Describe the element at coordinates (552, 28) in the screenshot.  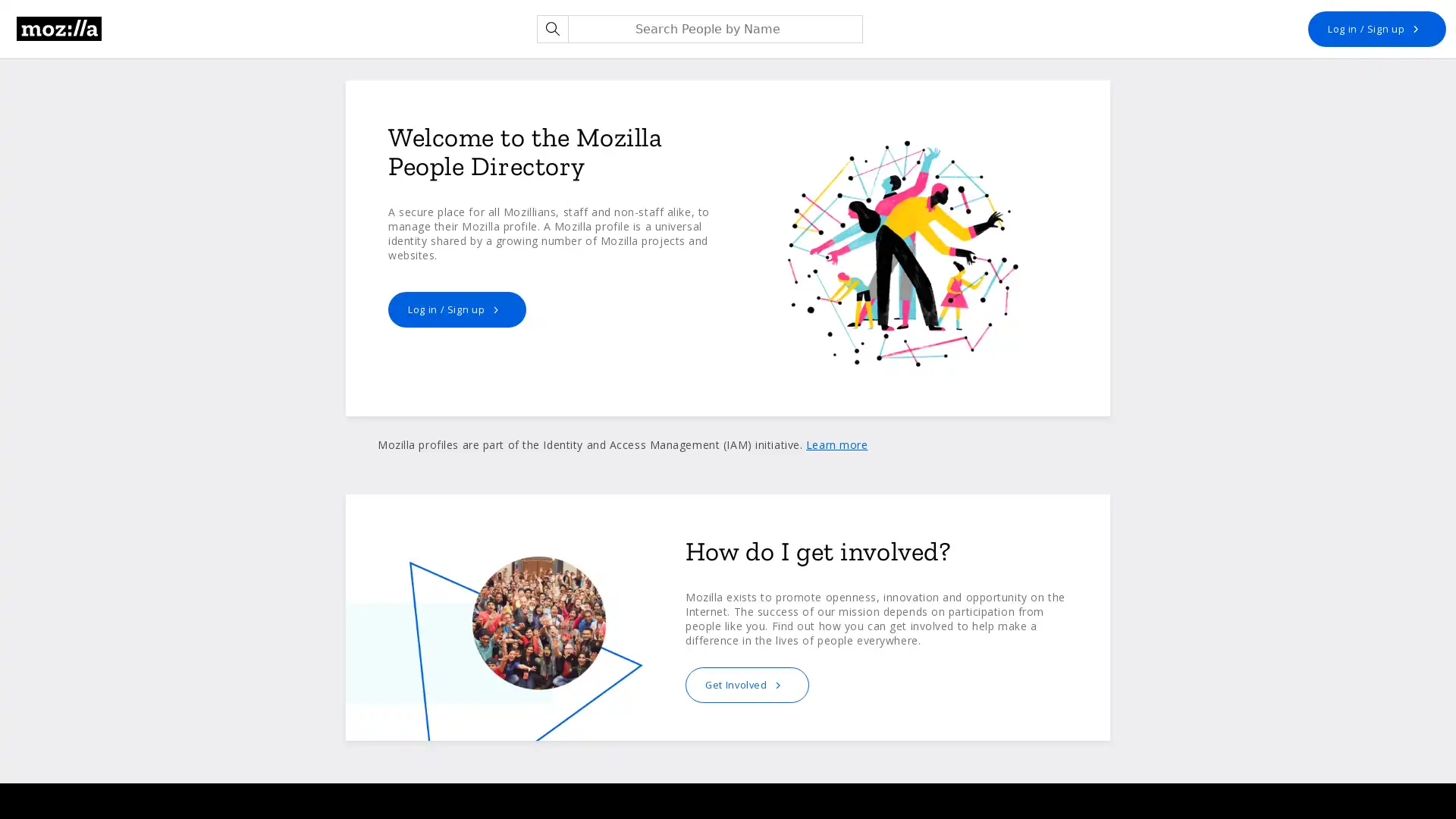
I see `Search` at that location.